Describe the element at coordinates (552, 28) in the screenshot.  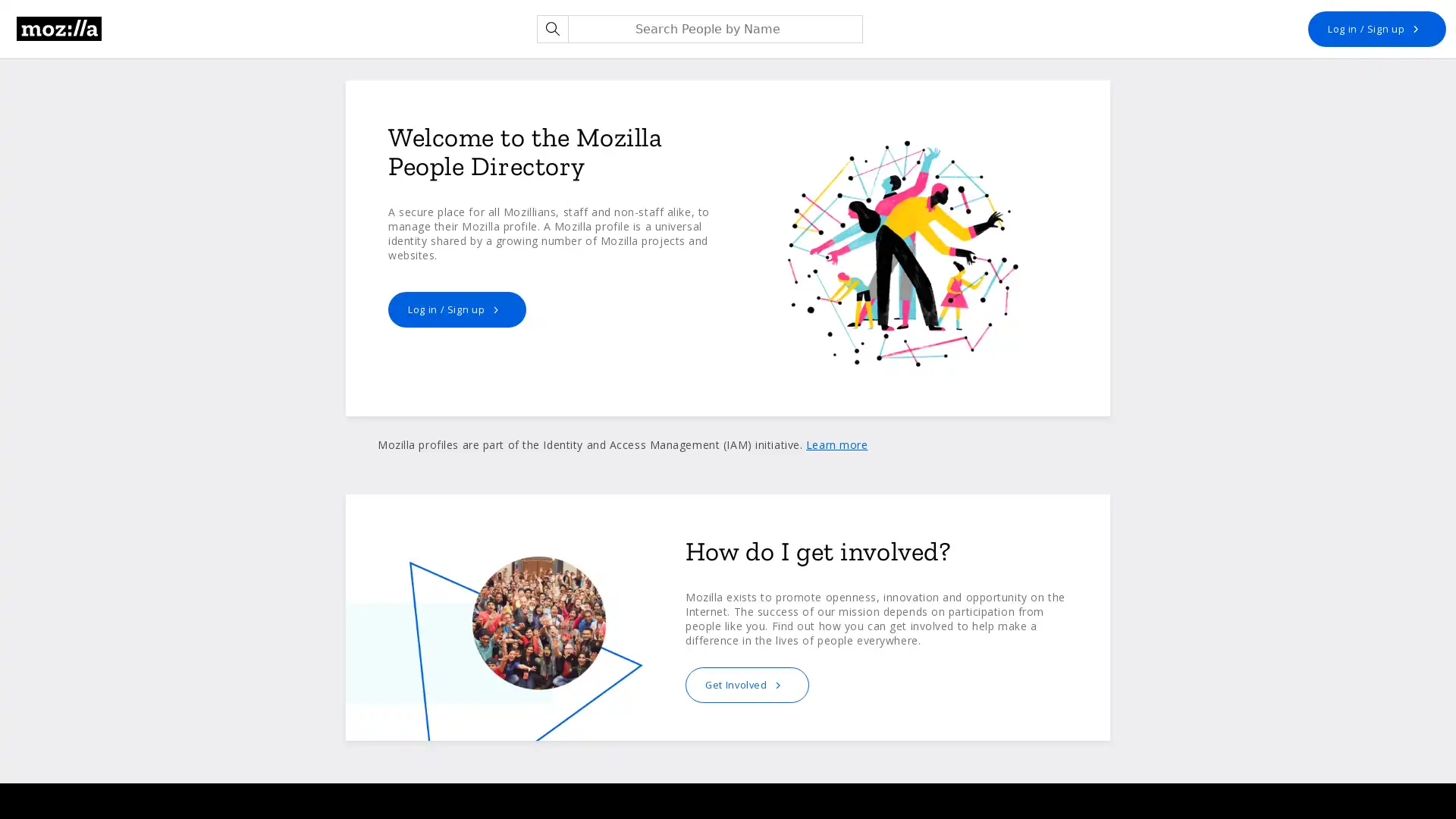
I see `Search` at that location.